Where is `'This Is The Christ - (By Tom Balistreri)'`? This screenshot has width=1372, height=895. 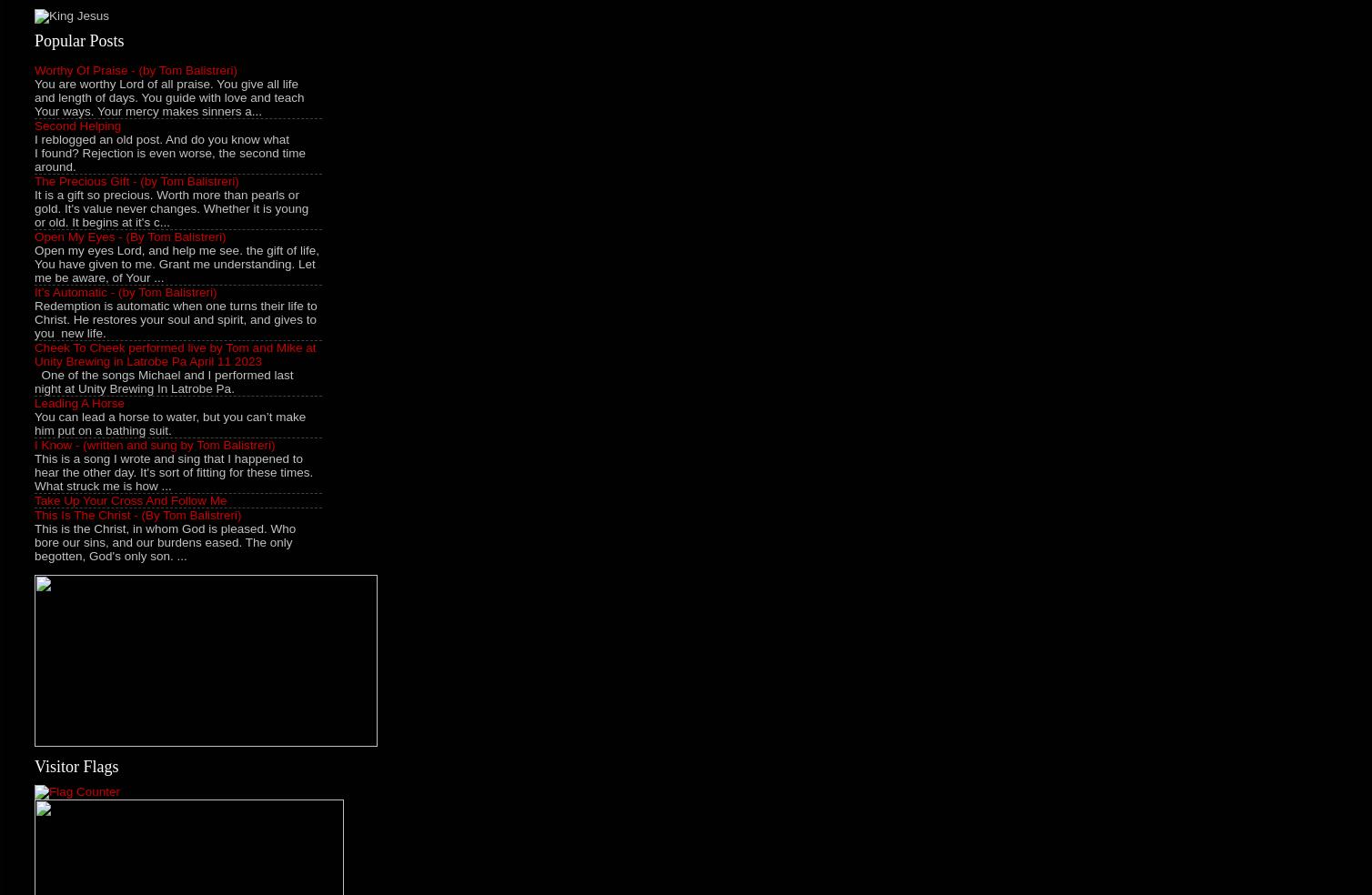
'This Is The Christ - (By Tom Balistreri)' is located at coordinates (137, 513).